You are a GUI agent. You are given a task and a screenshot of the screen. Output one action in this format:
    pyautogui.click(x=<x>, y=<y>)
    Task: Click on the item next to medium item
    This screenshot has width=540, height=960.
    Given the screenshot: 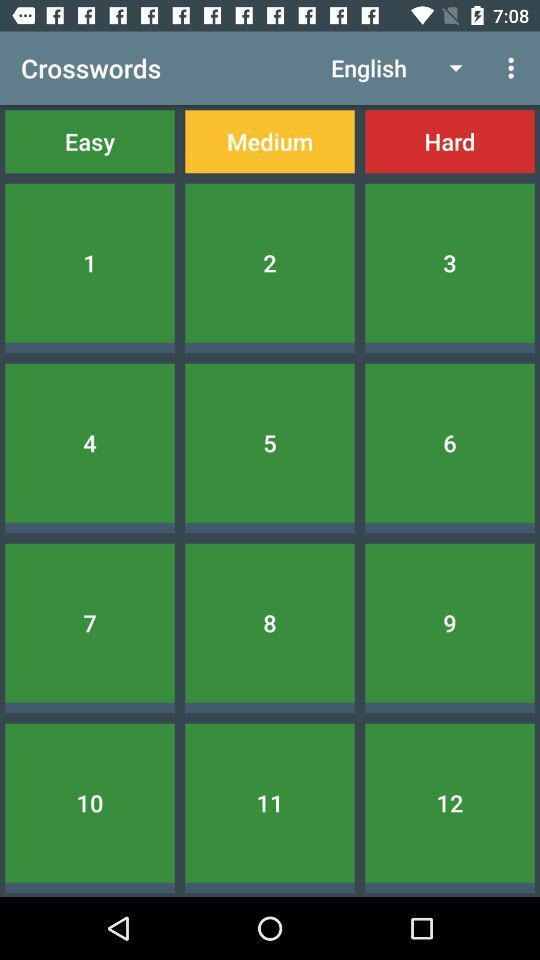 What is the action you would take?
    pyautogui.click(x=449, y=140)
    